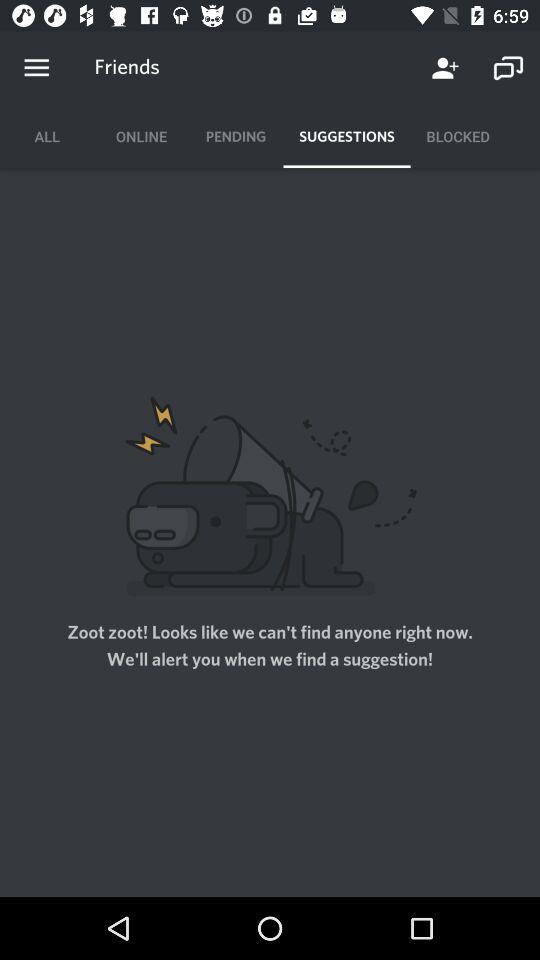 Image resolution: width=540 pixels, height=960 pixels. What do you see at coordinates (36, 68) in the screenshot?
I see `open additional sections` at bounding box center [36, 68].